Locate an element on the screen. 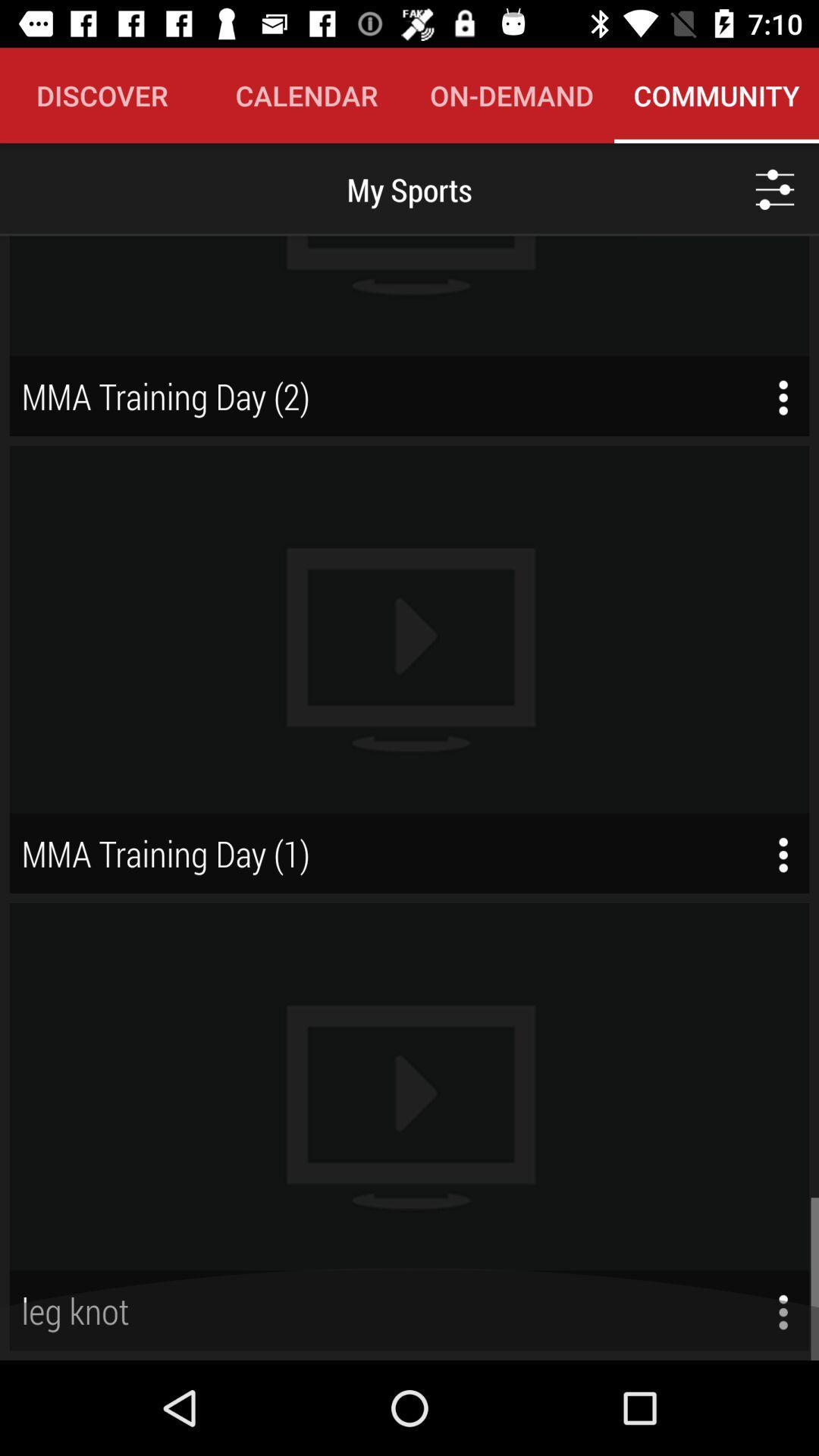  the sliders icon is located at coordinates (775, 188).